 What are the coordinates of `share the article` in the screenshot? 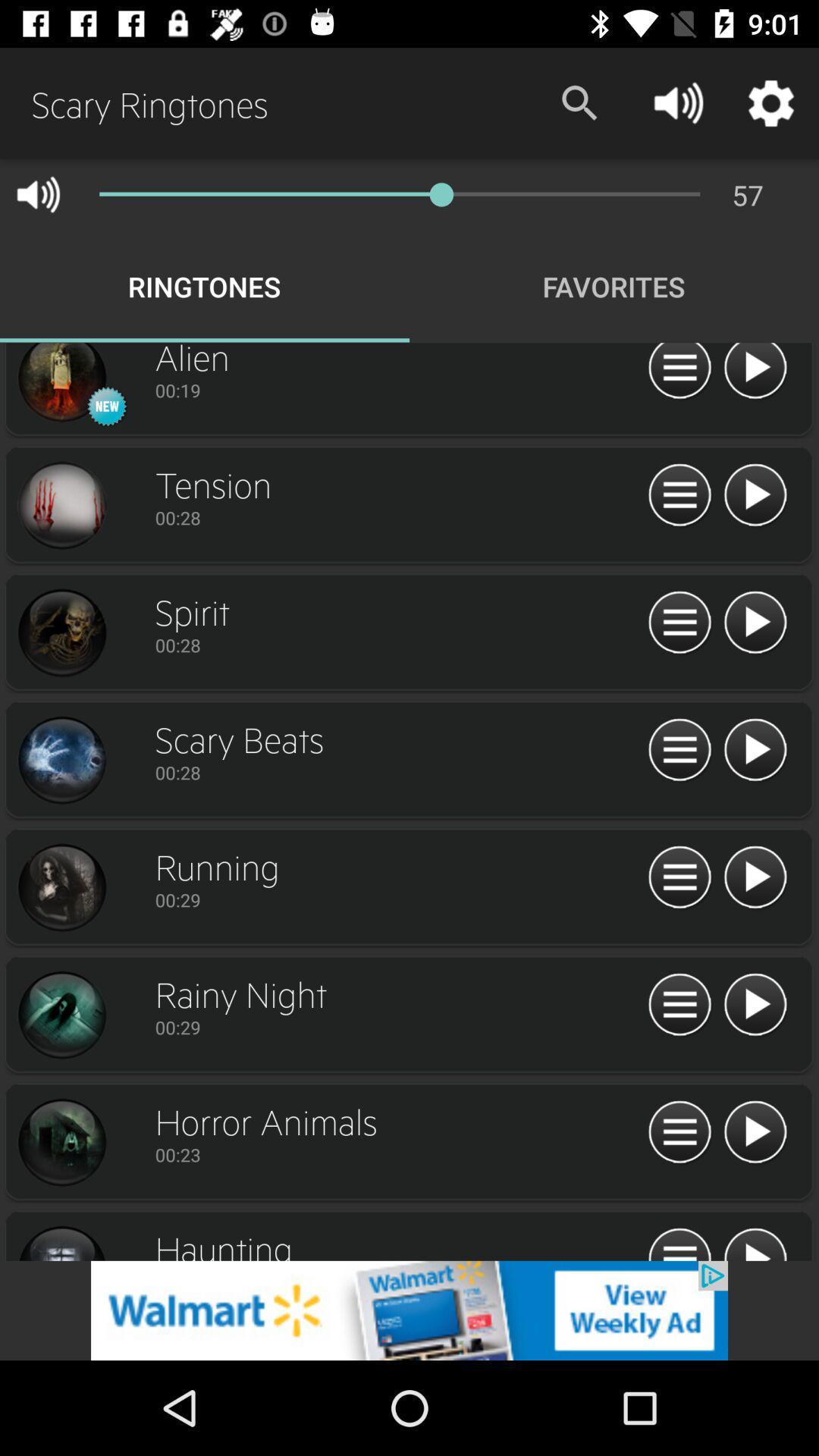 It's located at (755, 495).